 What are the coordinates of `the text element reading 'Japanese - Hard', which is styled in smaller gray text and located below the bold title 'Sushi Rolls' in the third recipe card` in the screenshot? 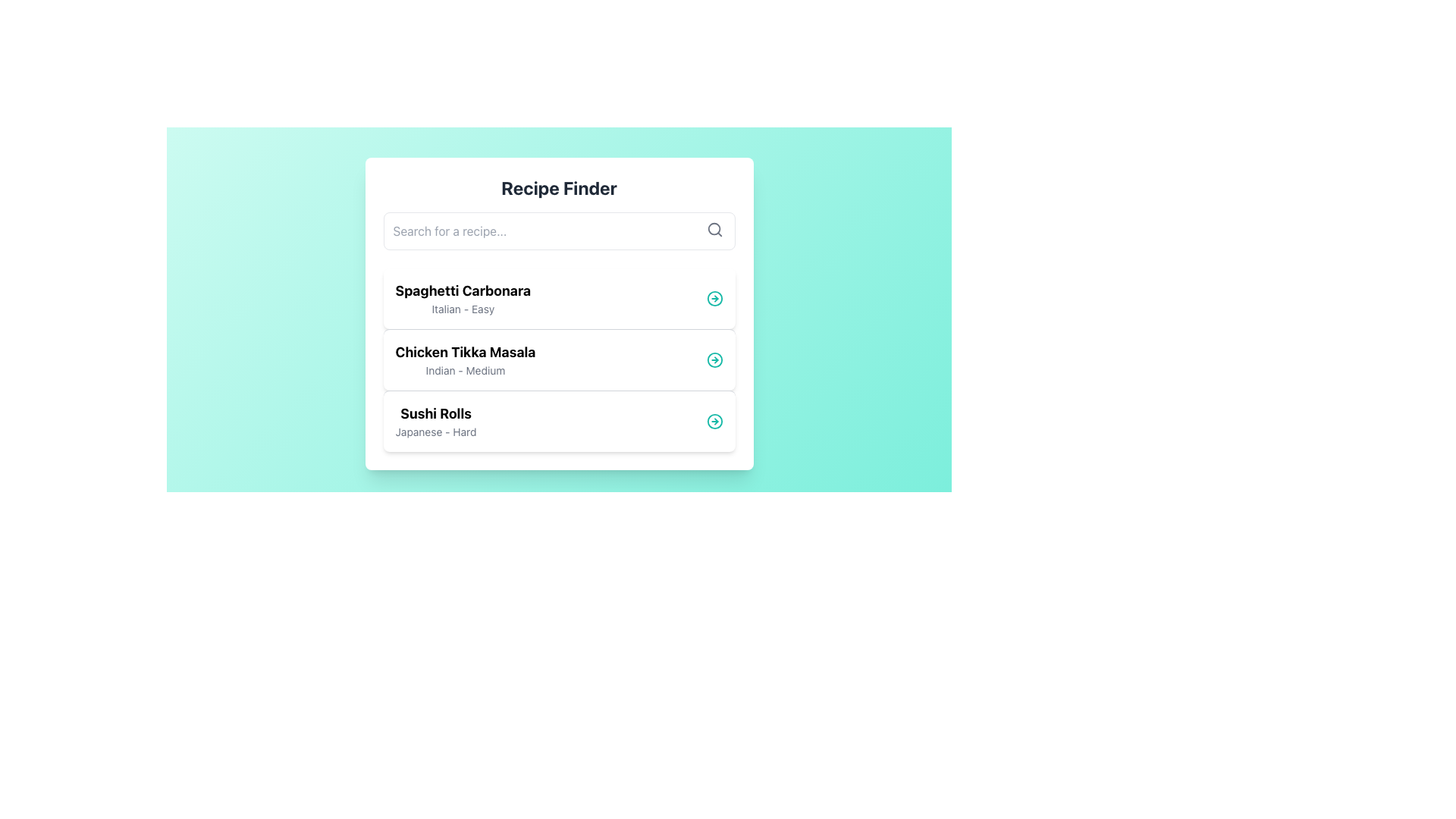 It's located at (435, 432).